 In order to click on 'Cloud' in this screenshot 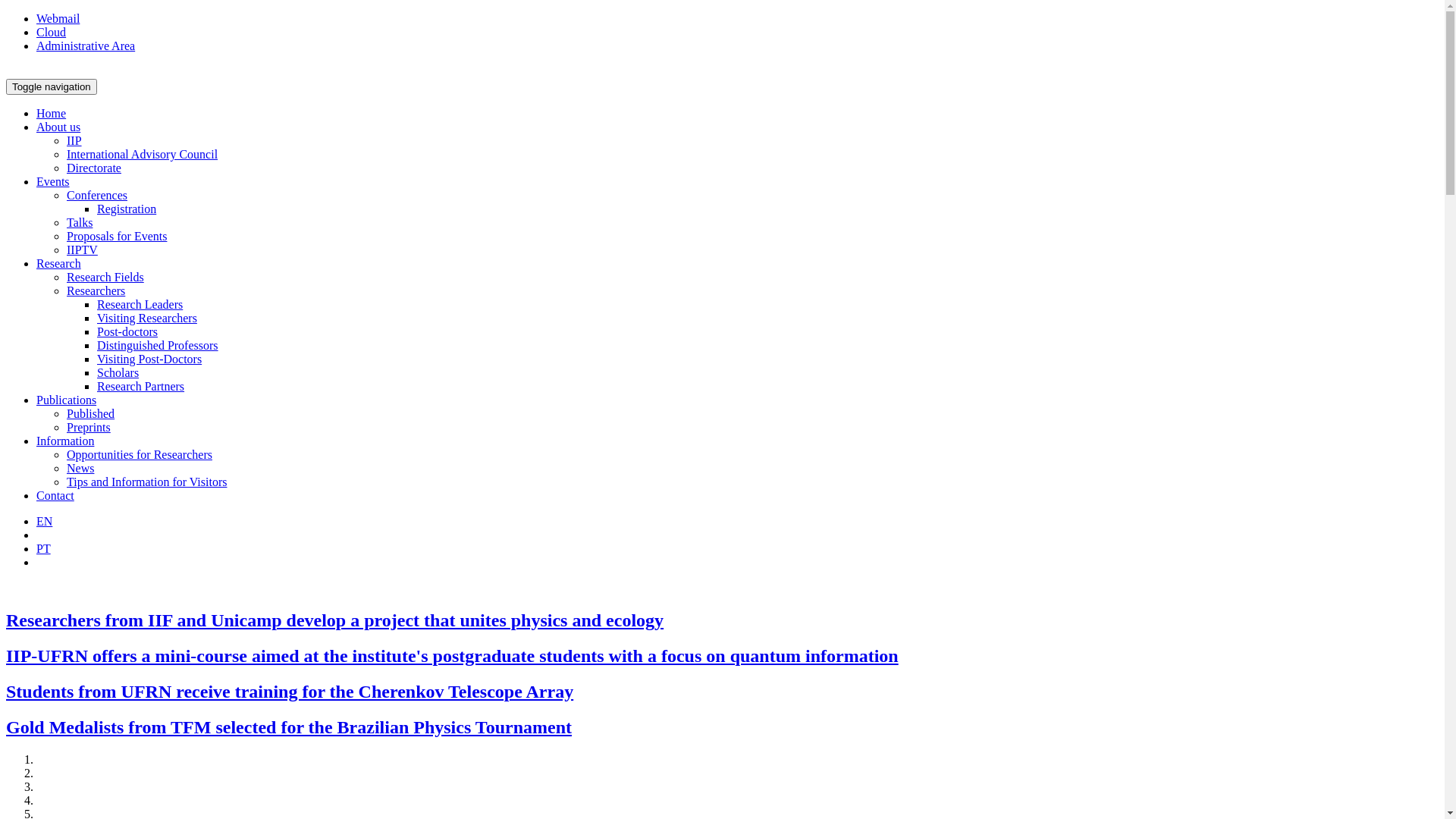, I will do `click(51, 32)`.